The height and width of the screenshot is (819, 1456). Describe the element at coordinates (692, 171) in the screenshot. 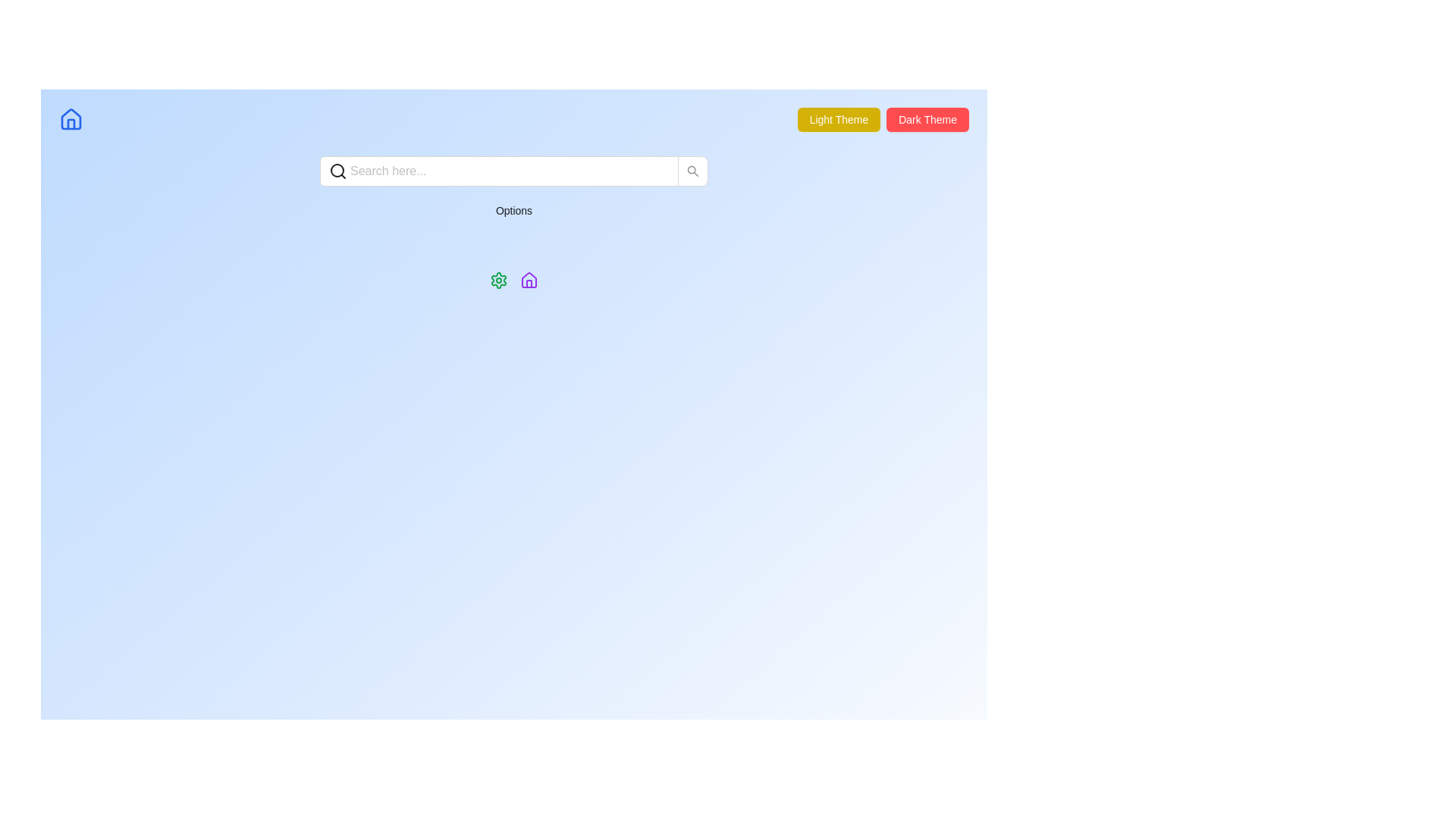

I see `the magnifying glass icon` at that location.